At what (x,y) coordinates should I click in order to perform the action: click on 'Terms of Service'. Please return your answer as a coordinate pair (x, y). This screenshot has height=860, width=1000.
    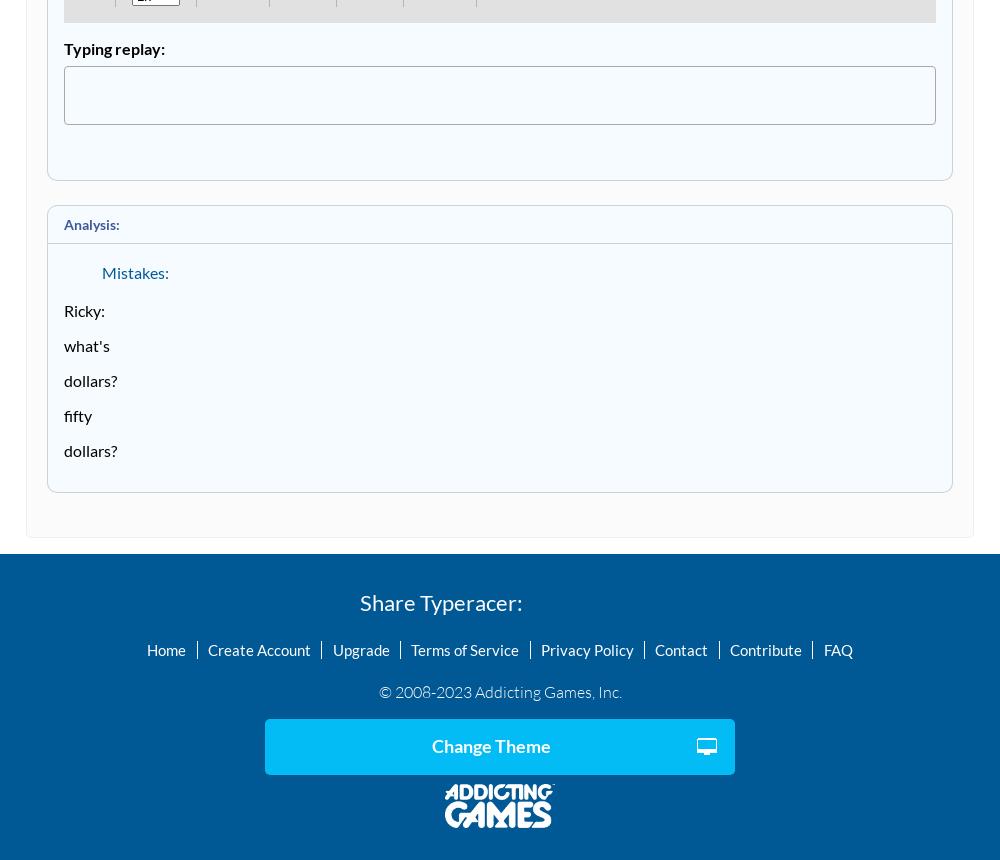
    Looking at the image, I should click on (464, 648).